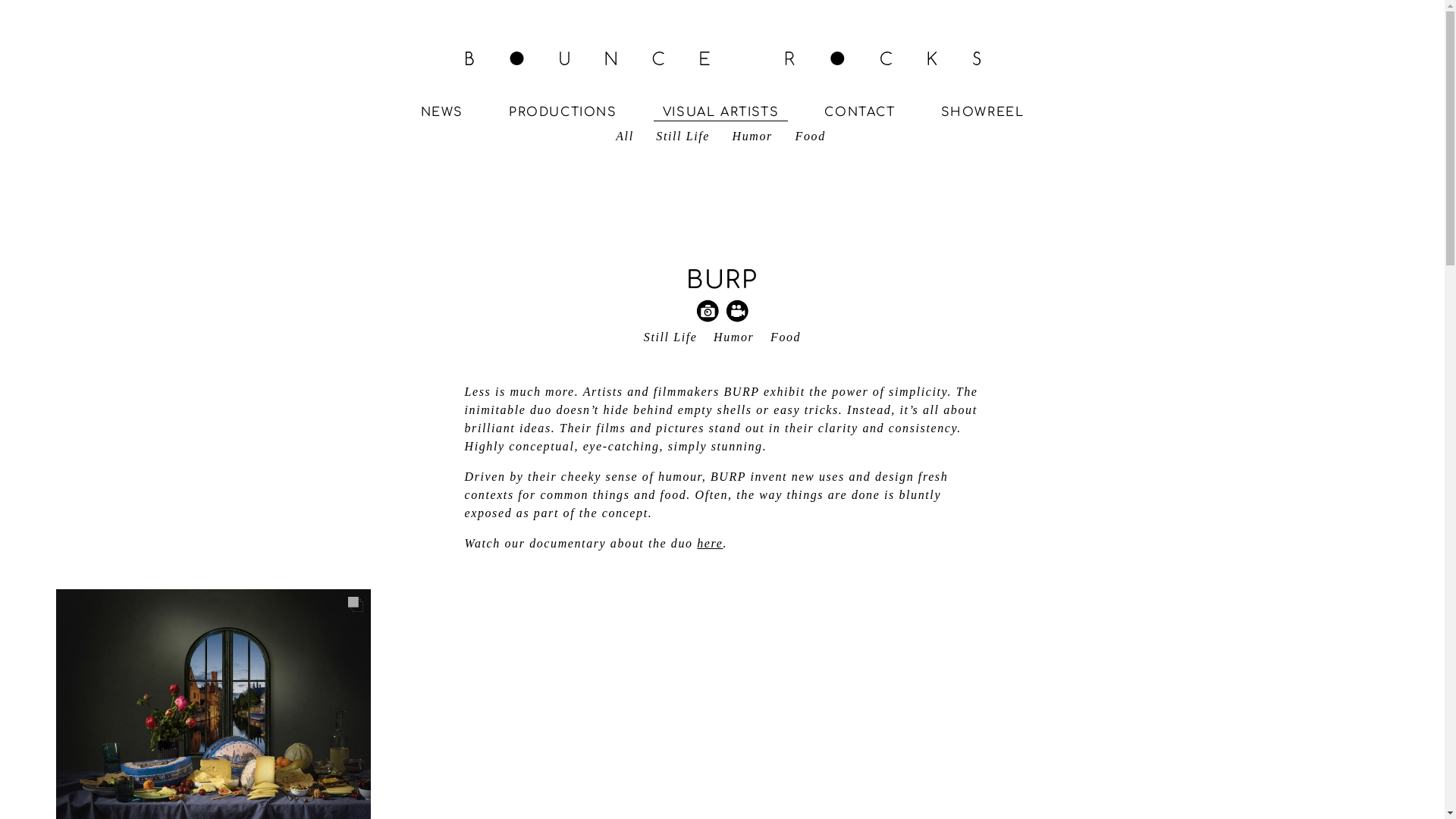 The height and width of the screenshot is (819, 1456). I want to click on 'Food', so click(786, 135).